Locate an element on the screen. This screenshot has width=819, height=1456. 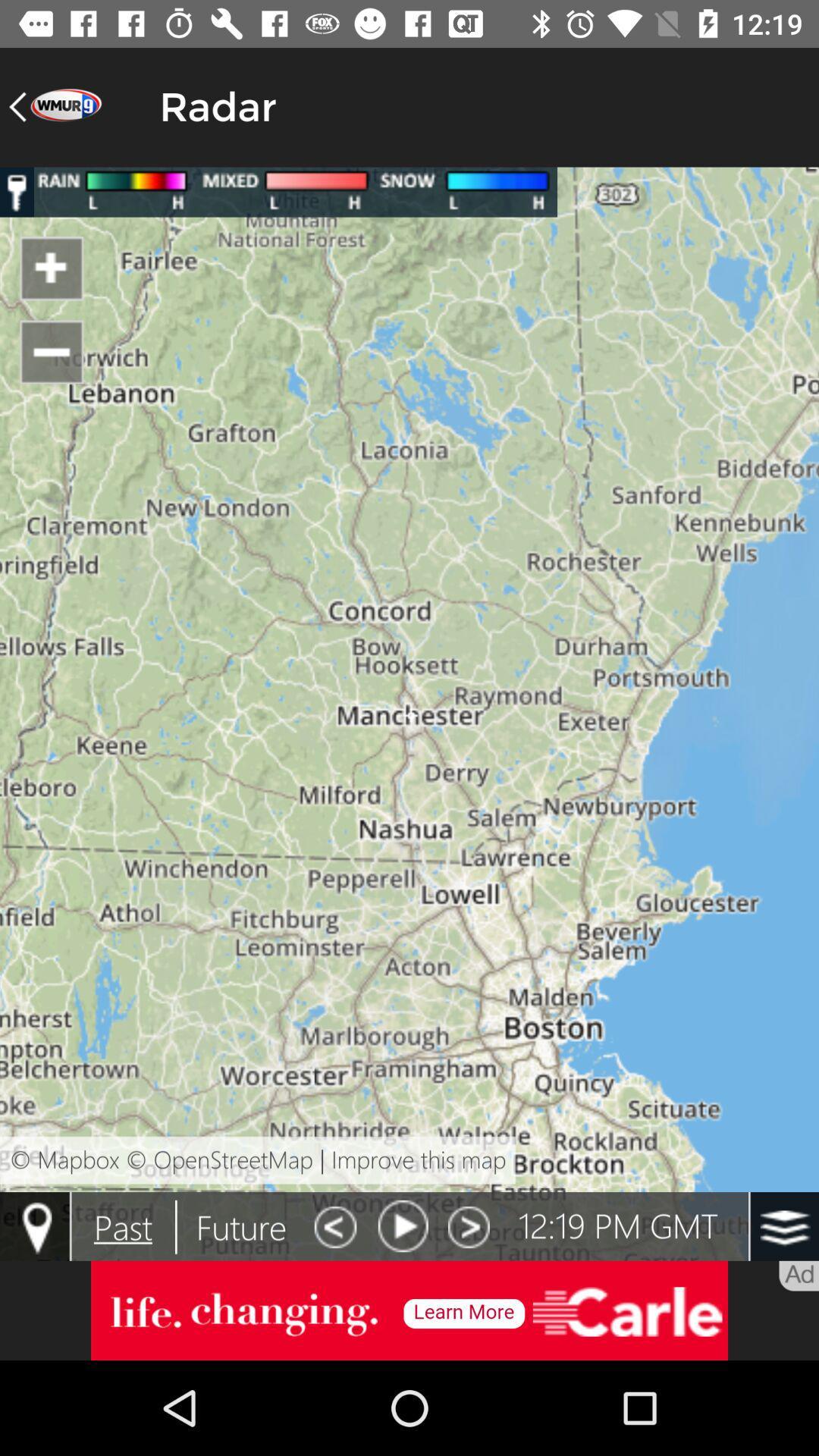
colour paga is located at coordinates (409, 713).